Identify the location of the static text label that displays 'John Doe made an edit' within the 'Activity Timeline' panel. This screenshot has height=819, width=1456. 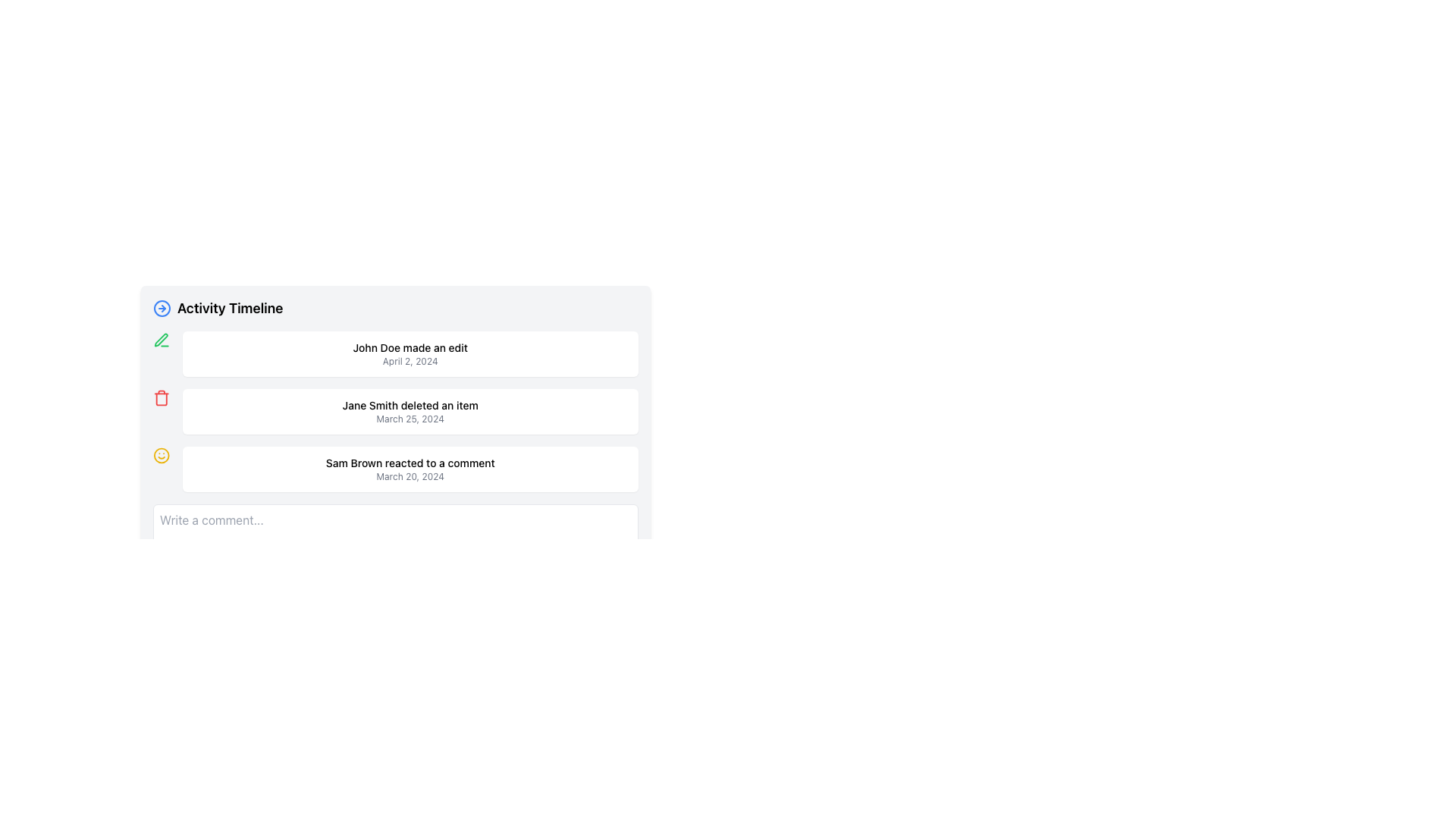
(410, 348).